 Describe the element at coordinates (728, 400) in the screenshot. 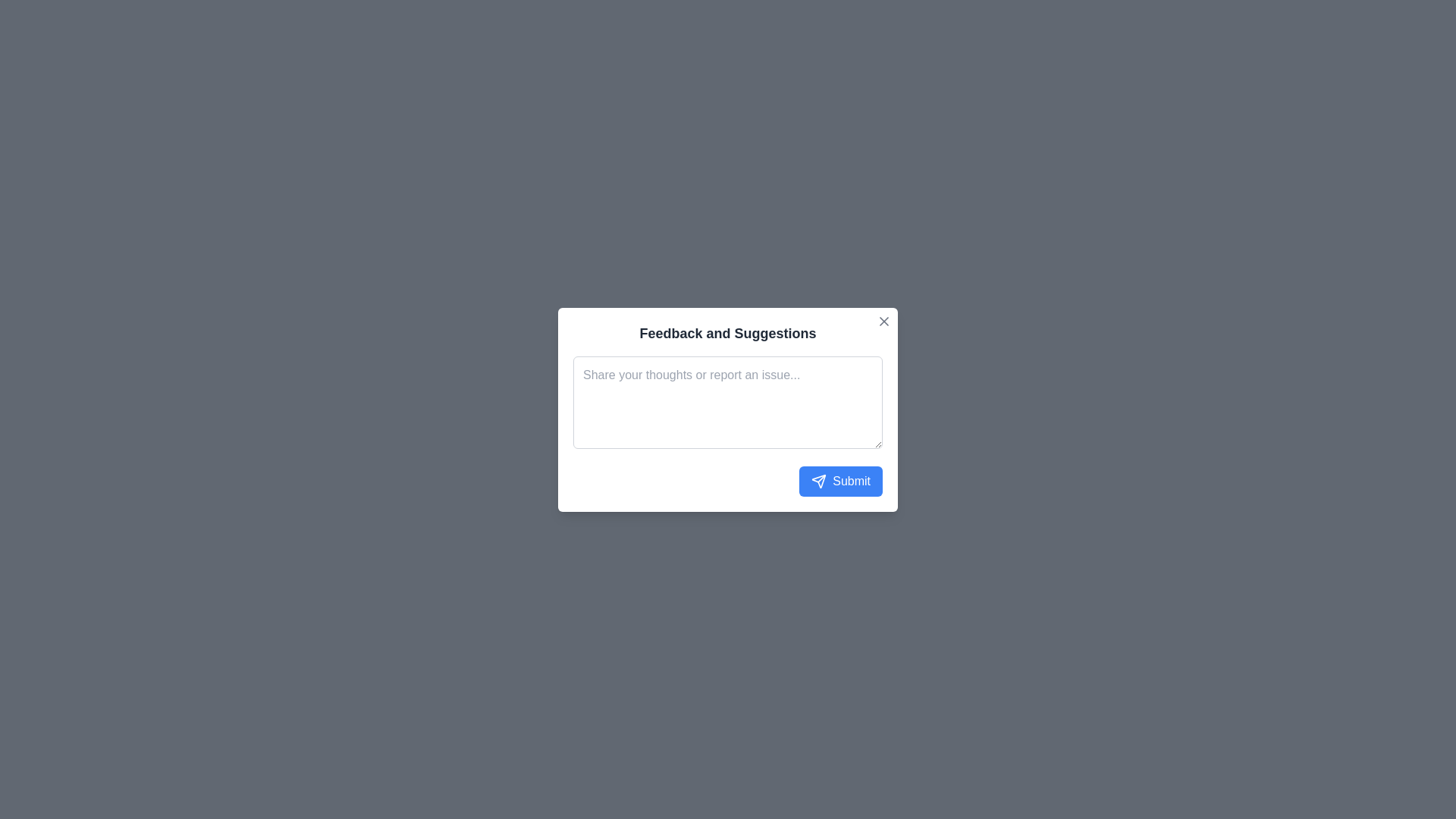

I see `the textarea and type the feedback text` at that location.